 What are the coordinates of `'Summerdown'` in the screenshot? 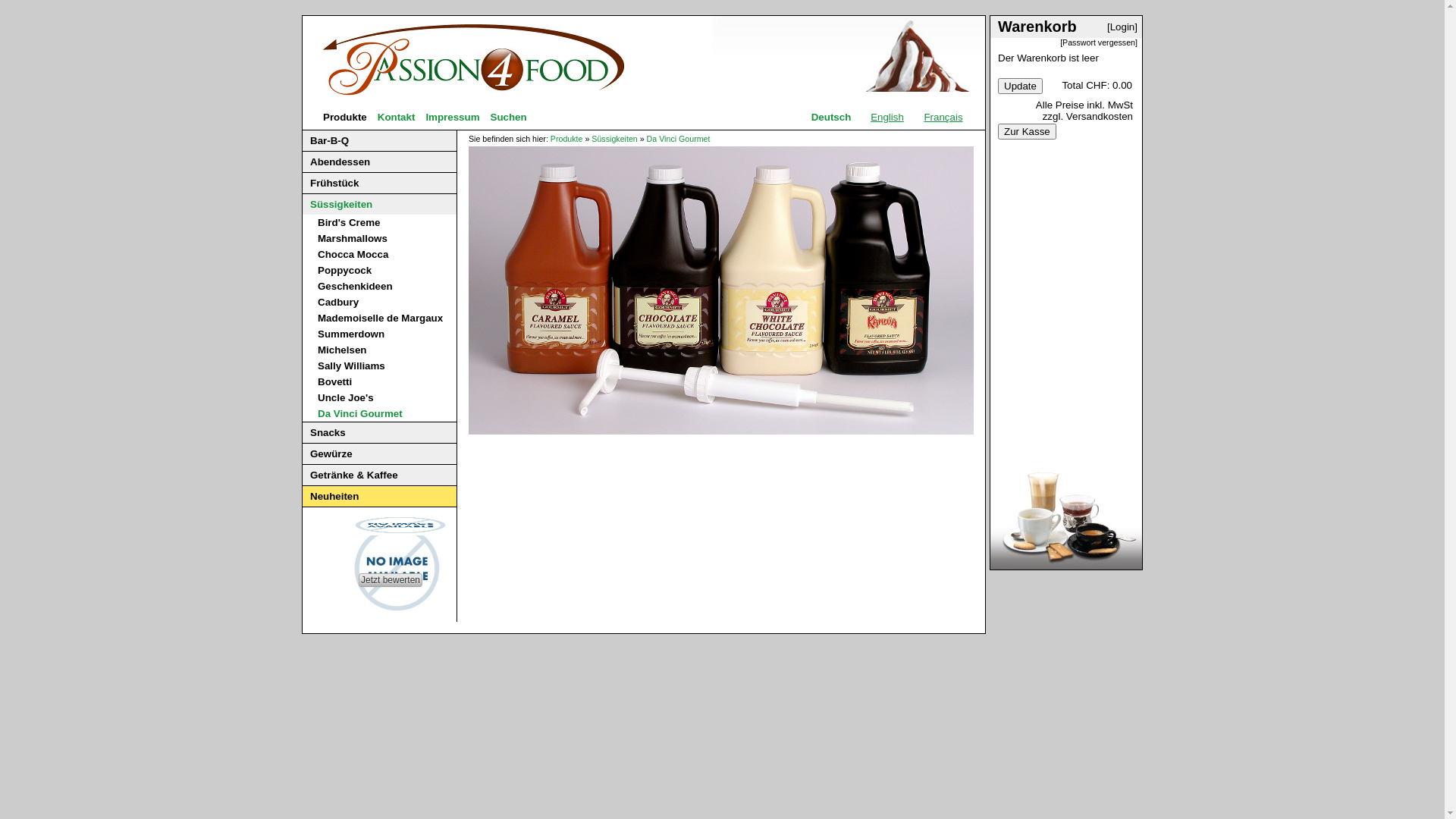 It's located at (350, 333).